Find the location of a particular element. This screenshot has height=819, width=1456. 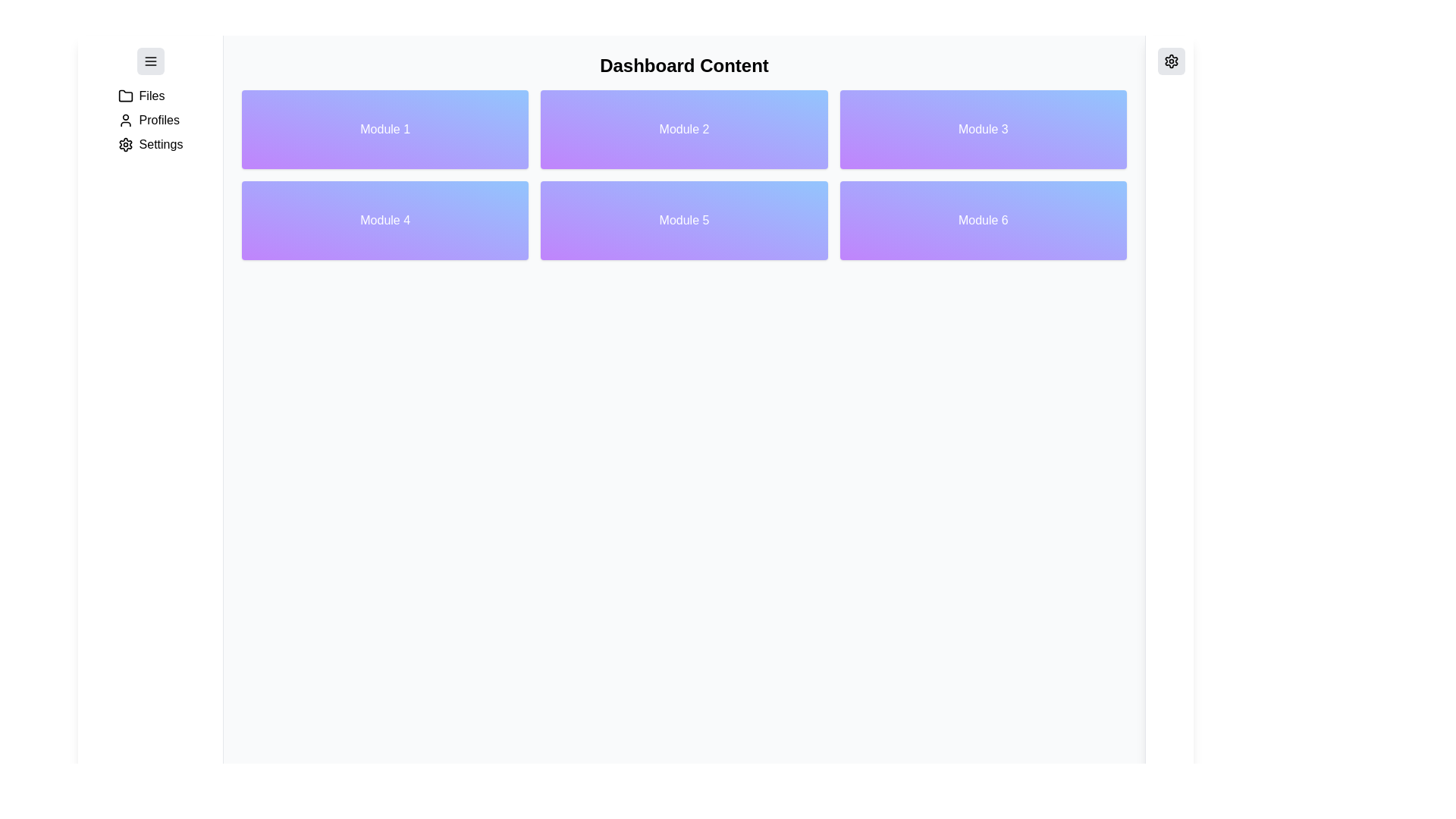

the second navigation item in the sidebar is located at coordinates (150, 119).